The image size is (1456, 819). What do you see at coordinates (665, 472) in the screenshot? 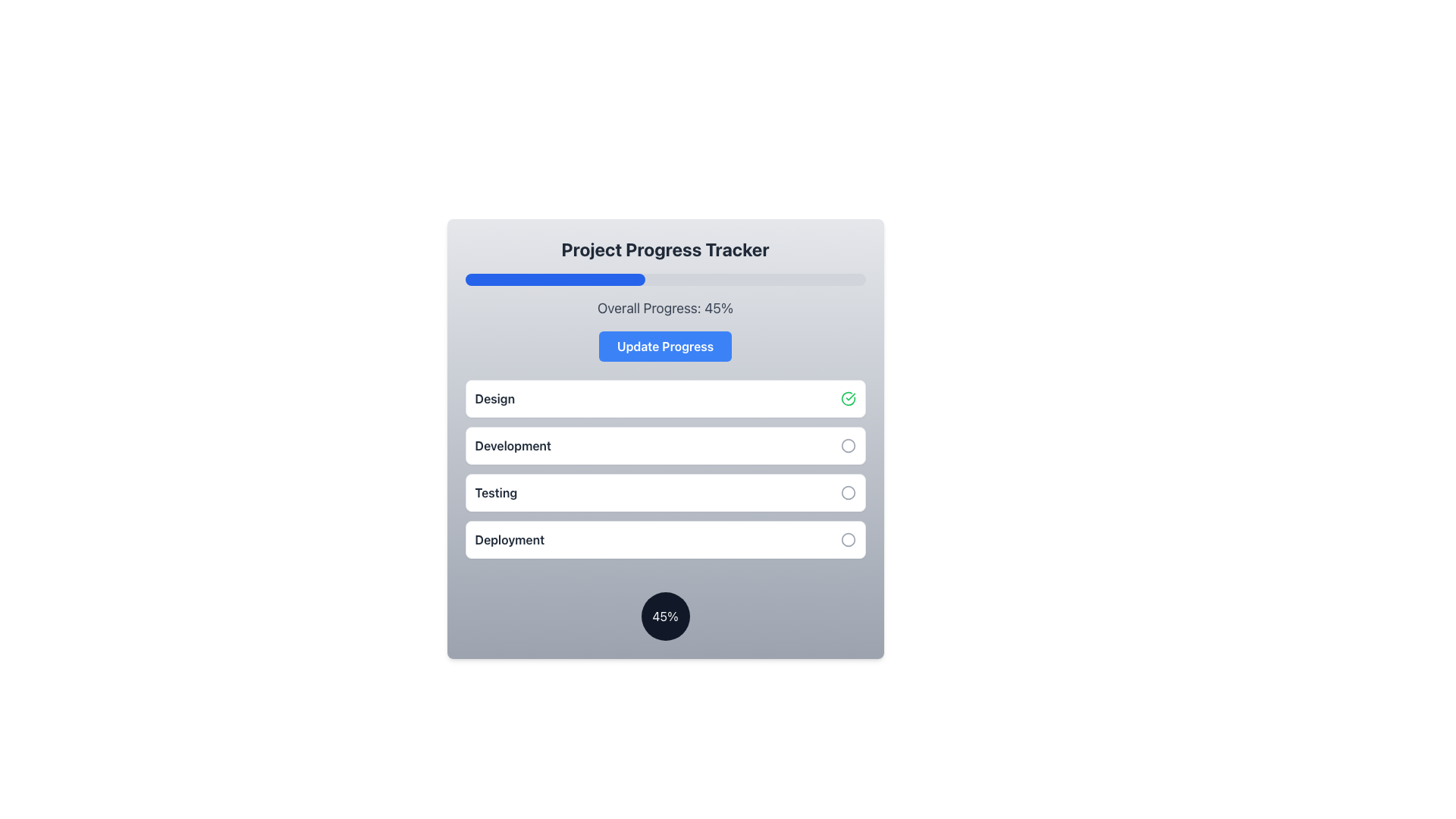
I see `the stages and their statuses in the 'Project Progress Tracker' list, which includes 'Design', 'Development', 'Testing', and 'Deployment' entries` at bounding box center [665, 472].